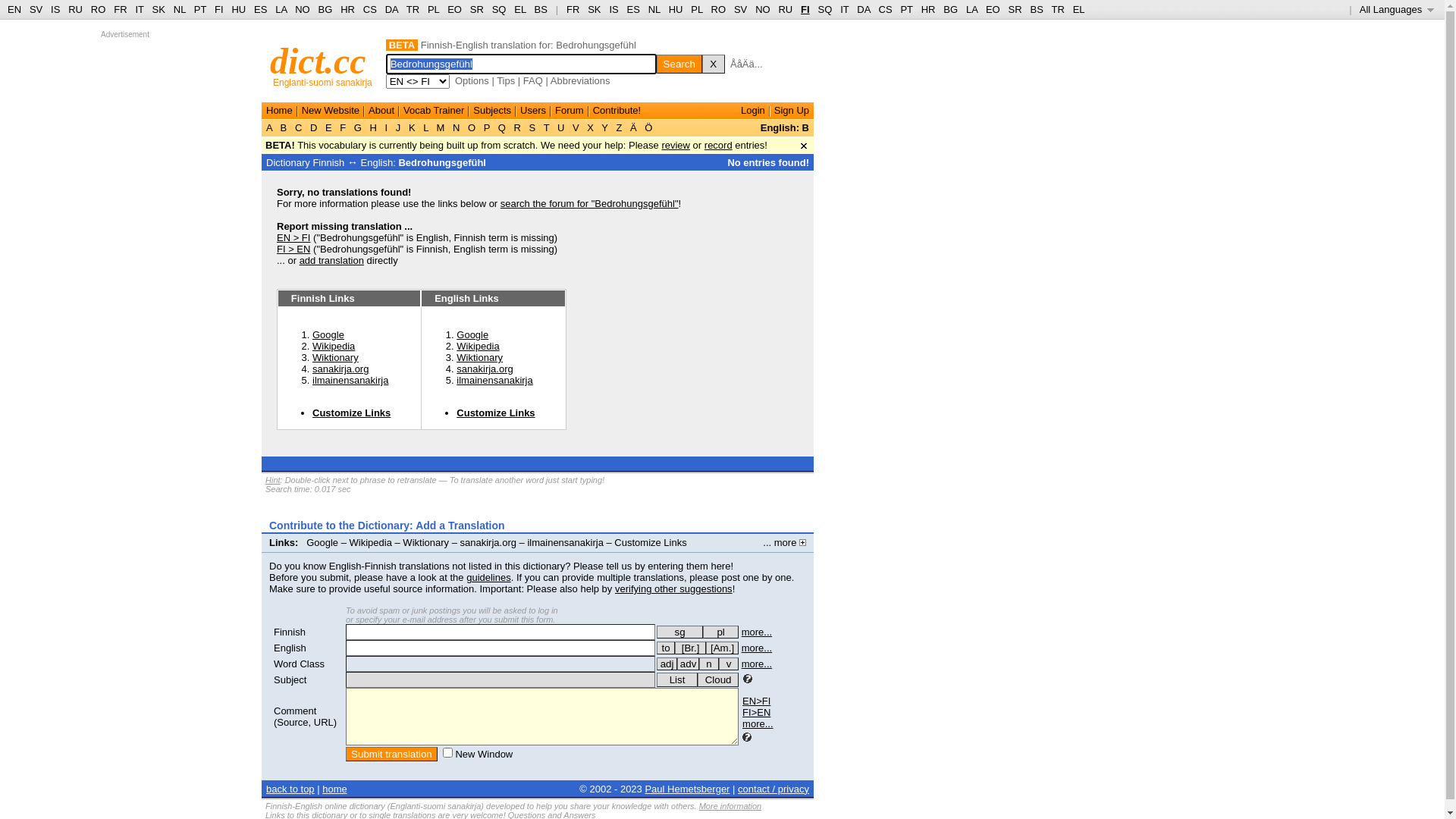 This screenshot has width=1456, height=819. What do you see at coordinates (273, 479) in the screenshot?
I see `'Hint'` at bounding box center [273, 479].